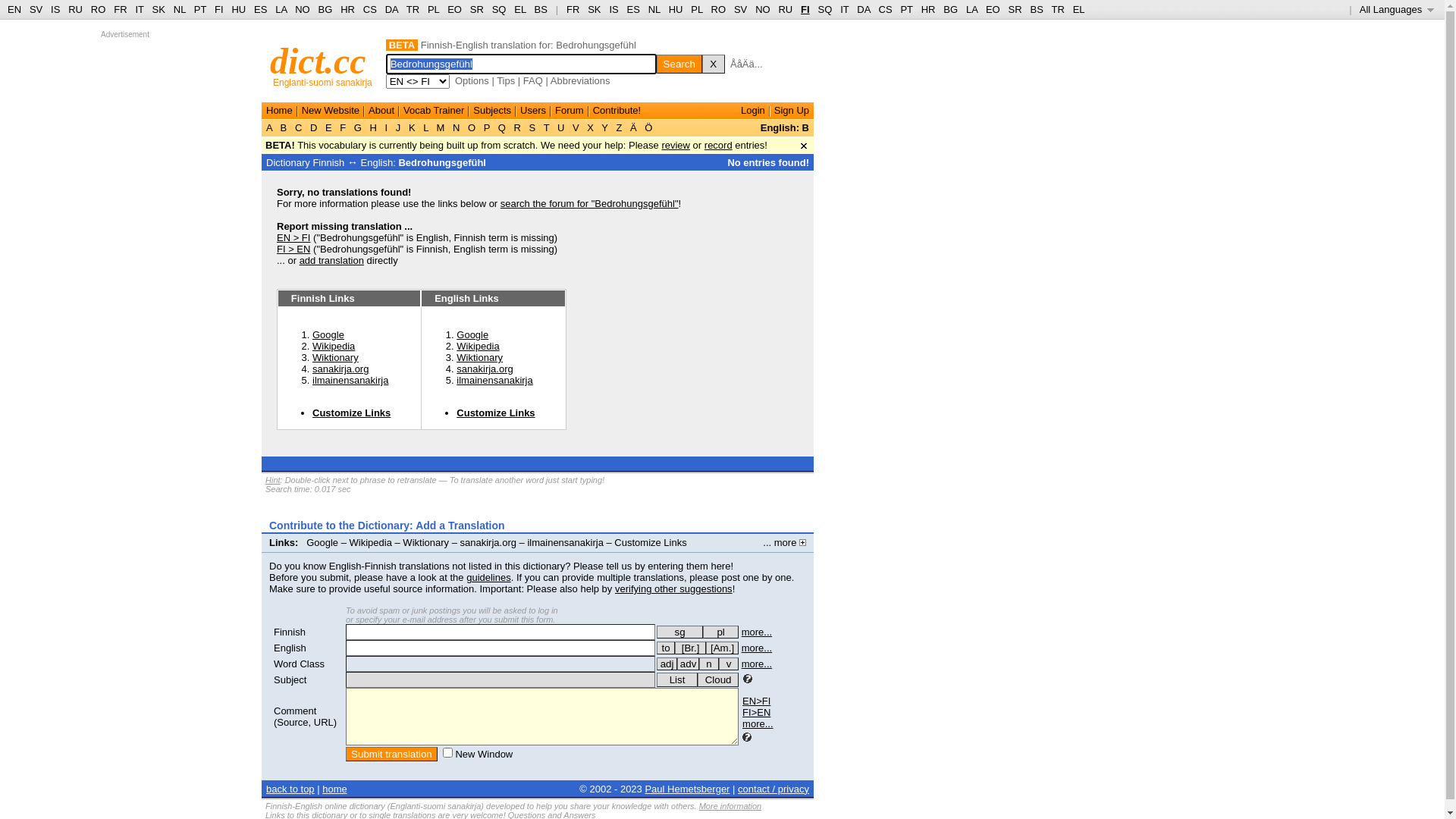 This screenshot has width=1456, height=819. What do you see at coordinates (273, 479) in the screenshot?
I see `'Hint'` at bounding box center [273, 479].